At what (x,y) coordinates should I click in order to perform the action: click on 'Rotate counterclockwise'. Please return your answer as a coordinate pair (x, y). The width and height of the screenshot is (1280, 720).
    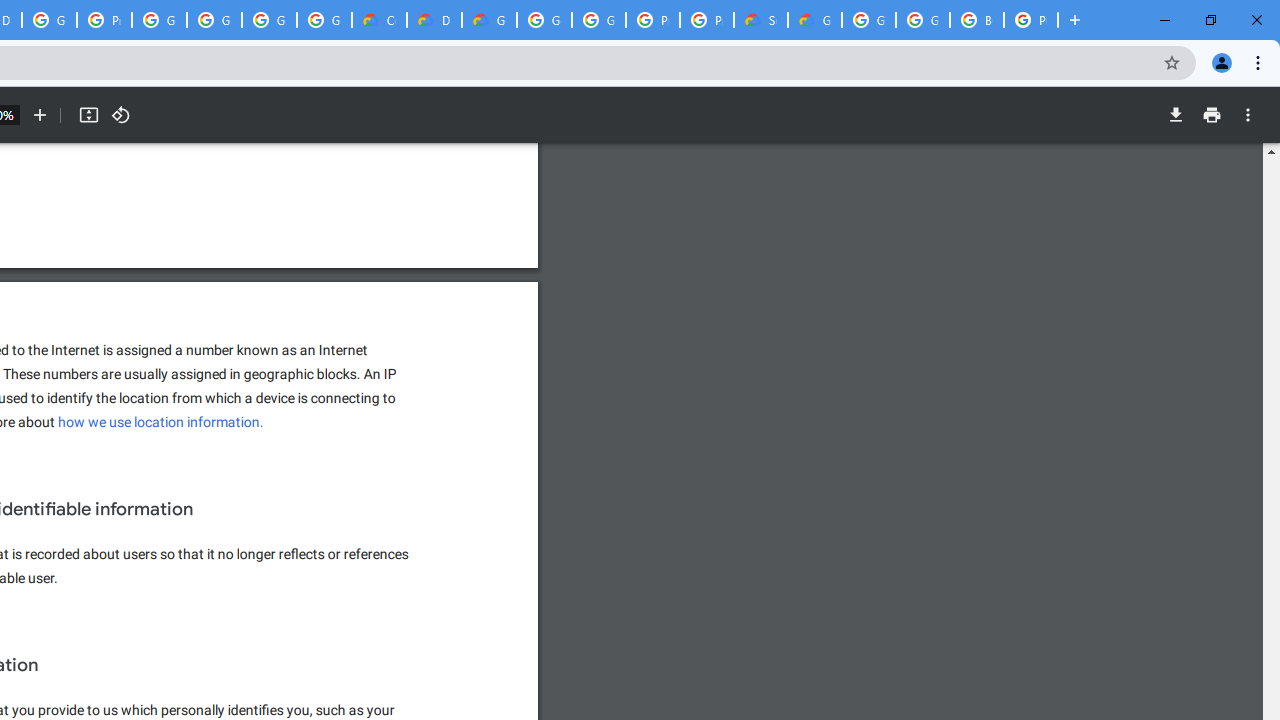
    Looking at the image, I should click on (119, 115).